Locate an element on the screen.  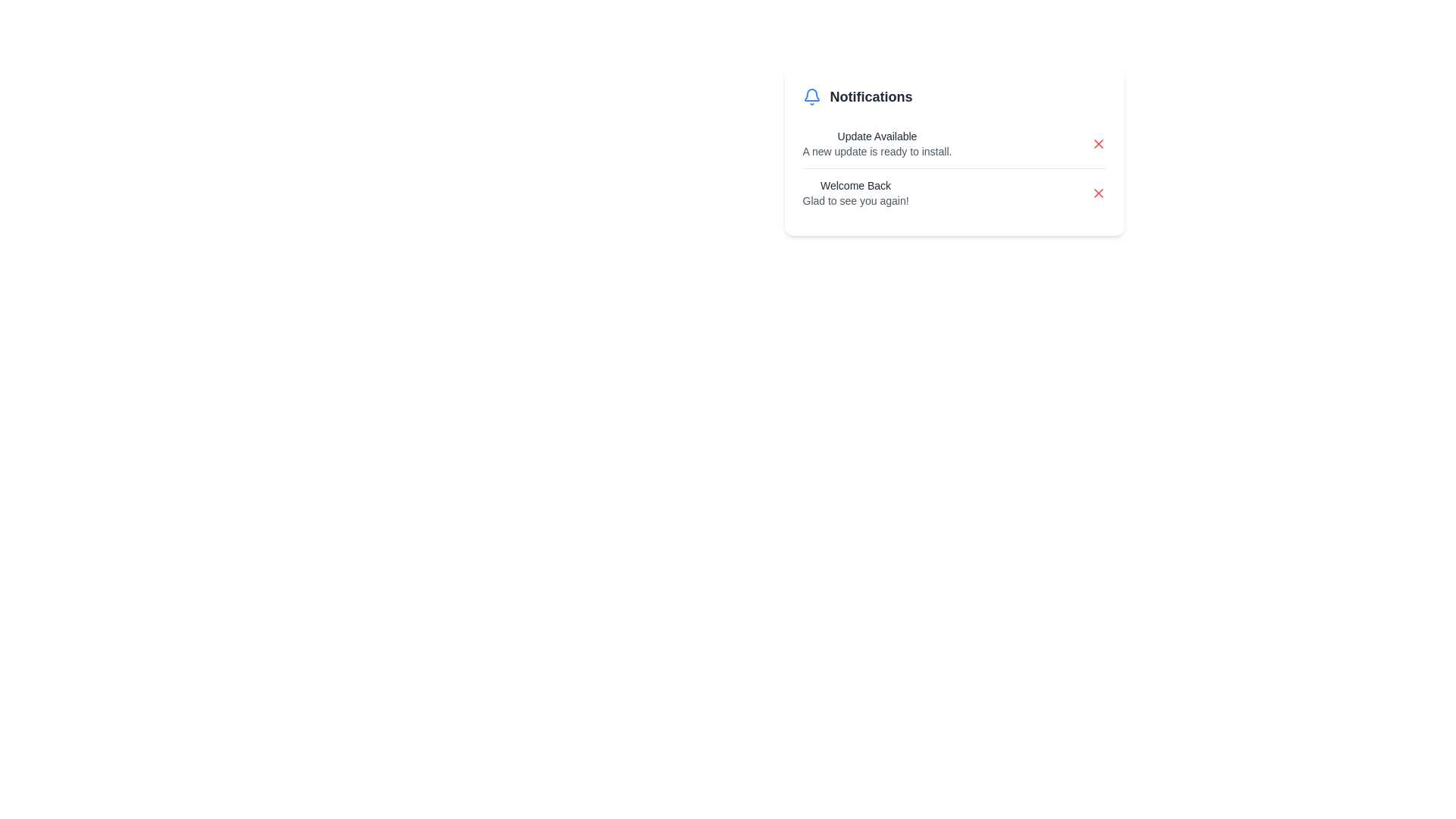
the close button for the 'Update Available' notification card located at the rightmost edge of the card to observe visual feedback is located at coordinates (1098, 143).